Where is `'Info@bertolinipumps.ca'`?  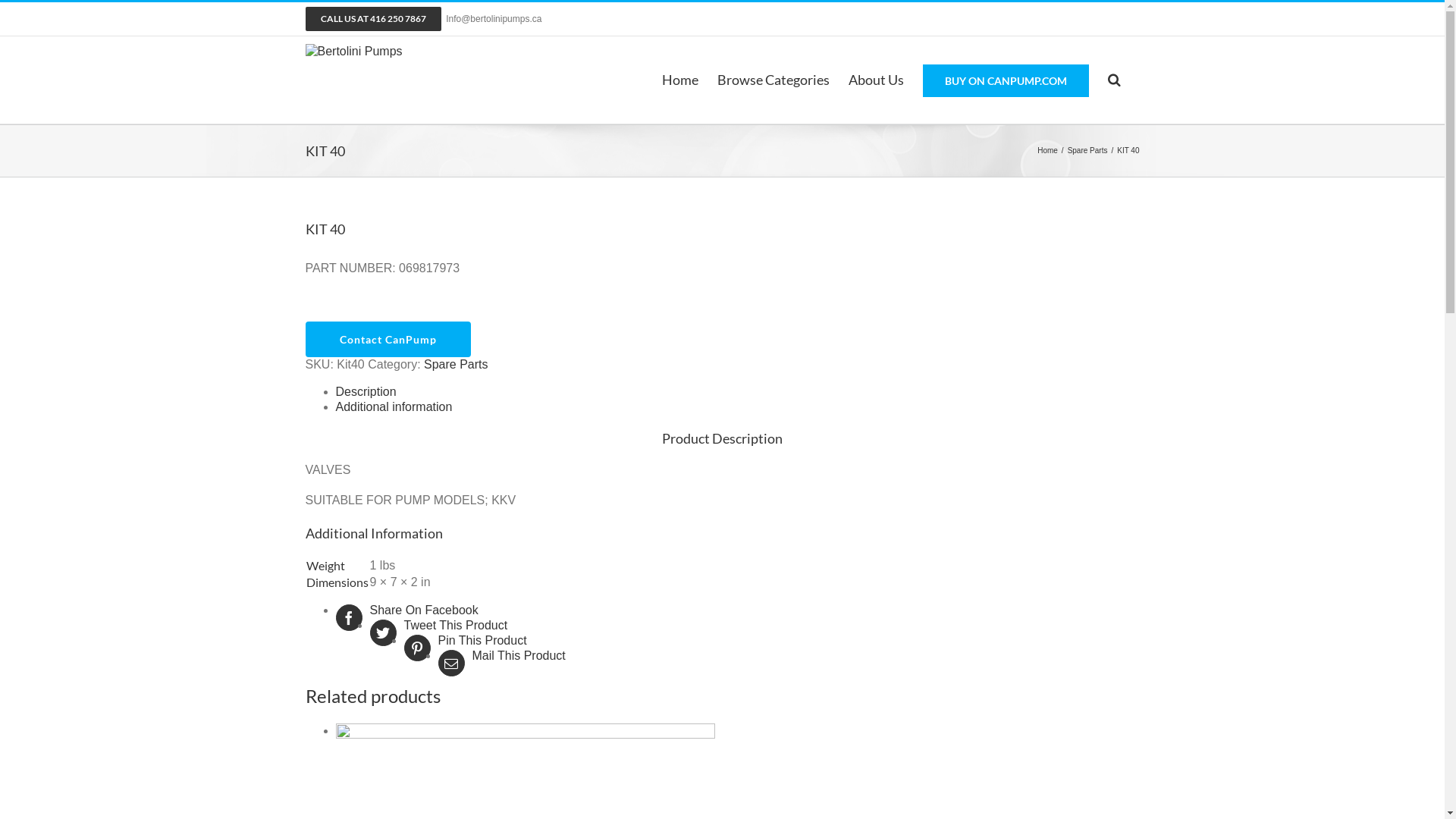 'Info@bertolinipumps.ca' is located at coordinates (445, 18).